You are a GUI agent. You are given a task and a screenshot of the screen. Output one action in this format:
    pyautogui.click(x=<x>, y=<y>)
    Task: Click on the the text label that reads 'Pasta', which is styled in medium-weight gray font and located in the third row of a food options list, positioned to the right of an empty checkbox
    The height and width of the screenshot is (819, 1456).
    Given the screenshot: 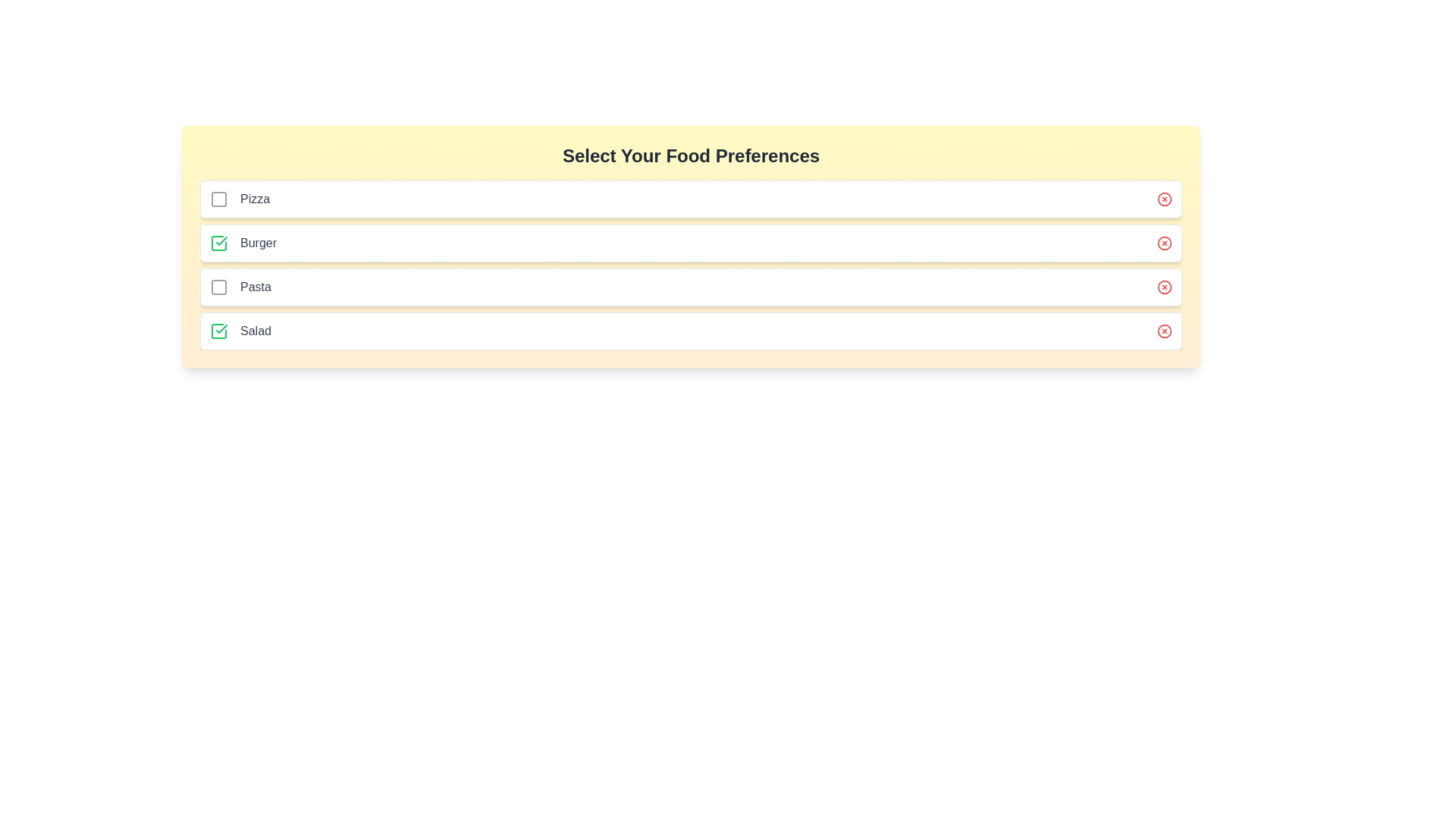 What is the action you would take?
    pyautogui.click(x=256, y=287)
    